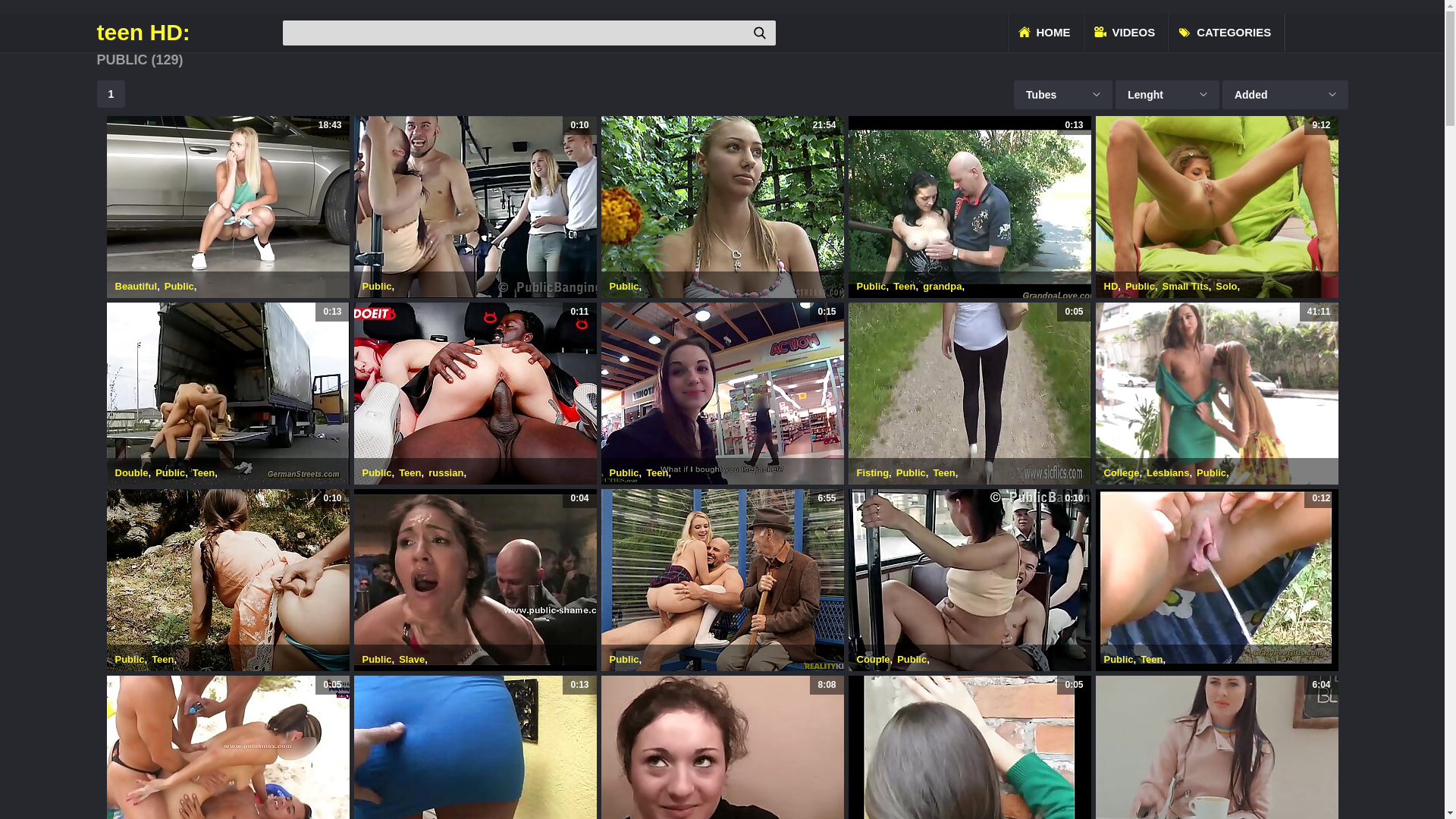  I want to click on 'Public', so click(624, 286).